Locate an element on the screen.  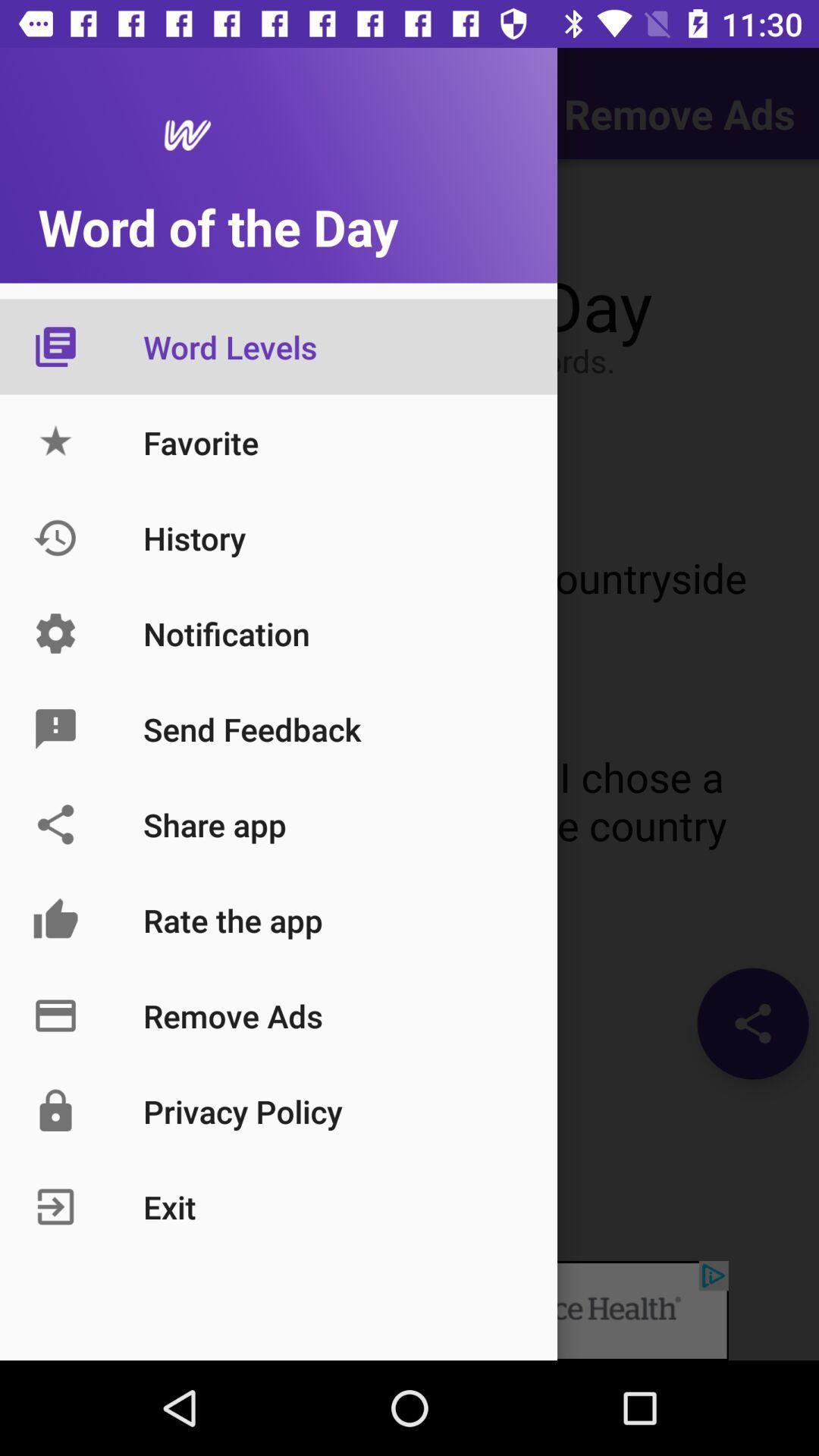
the share icon is located at coordinates (752, 1023).